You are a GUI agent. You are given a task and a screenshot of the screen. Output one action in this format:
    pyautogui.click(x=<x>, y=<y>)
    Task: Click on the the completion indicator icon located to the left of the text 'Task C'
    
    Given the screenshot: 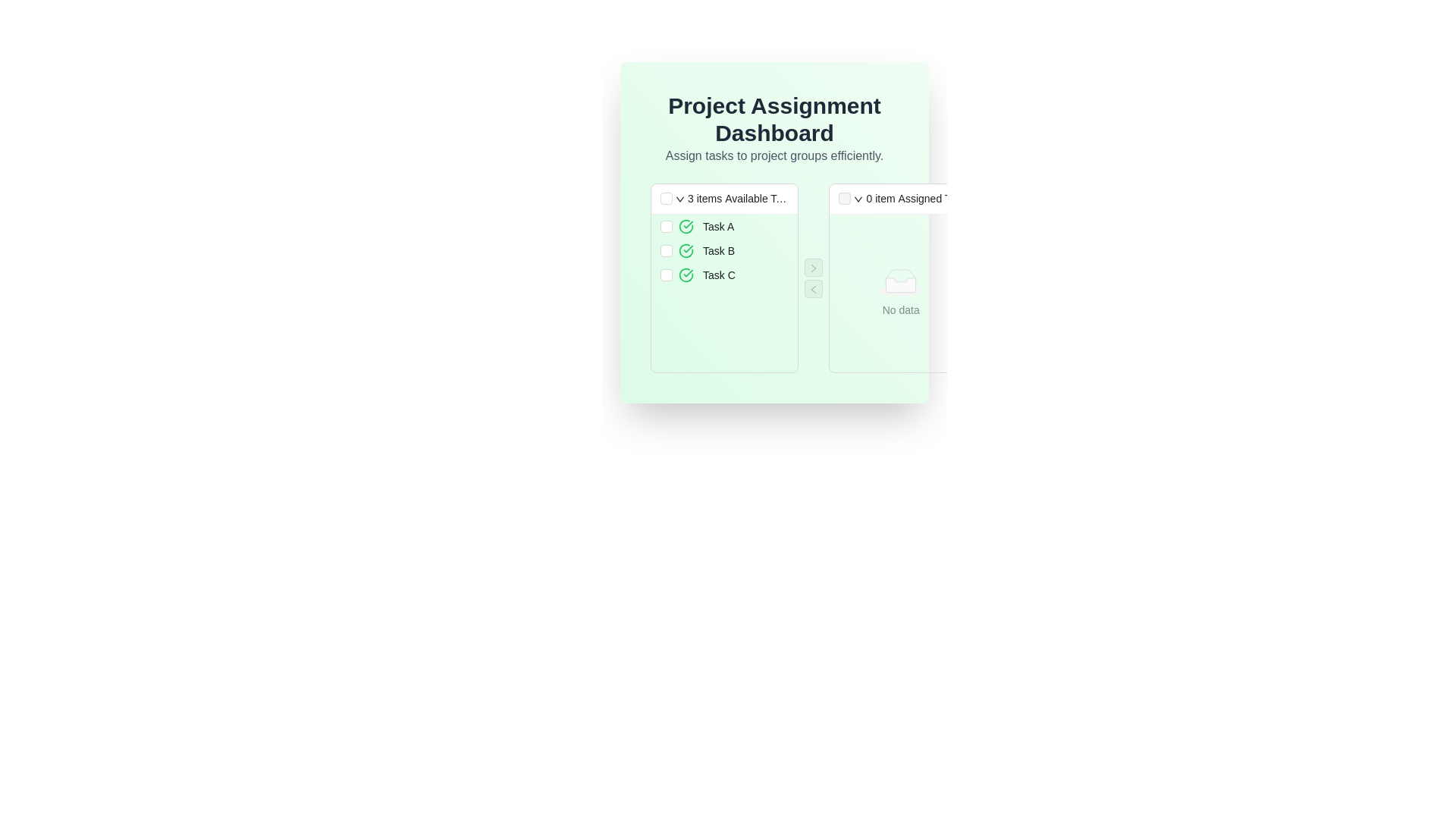 What is the action you would take?
    pyautogui.click(x=686, y=275)
    